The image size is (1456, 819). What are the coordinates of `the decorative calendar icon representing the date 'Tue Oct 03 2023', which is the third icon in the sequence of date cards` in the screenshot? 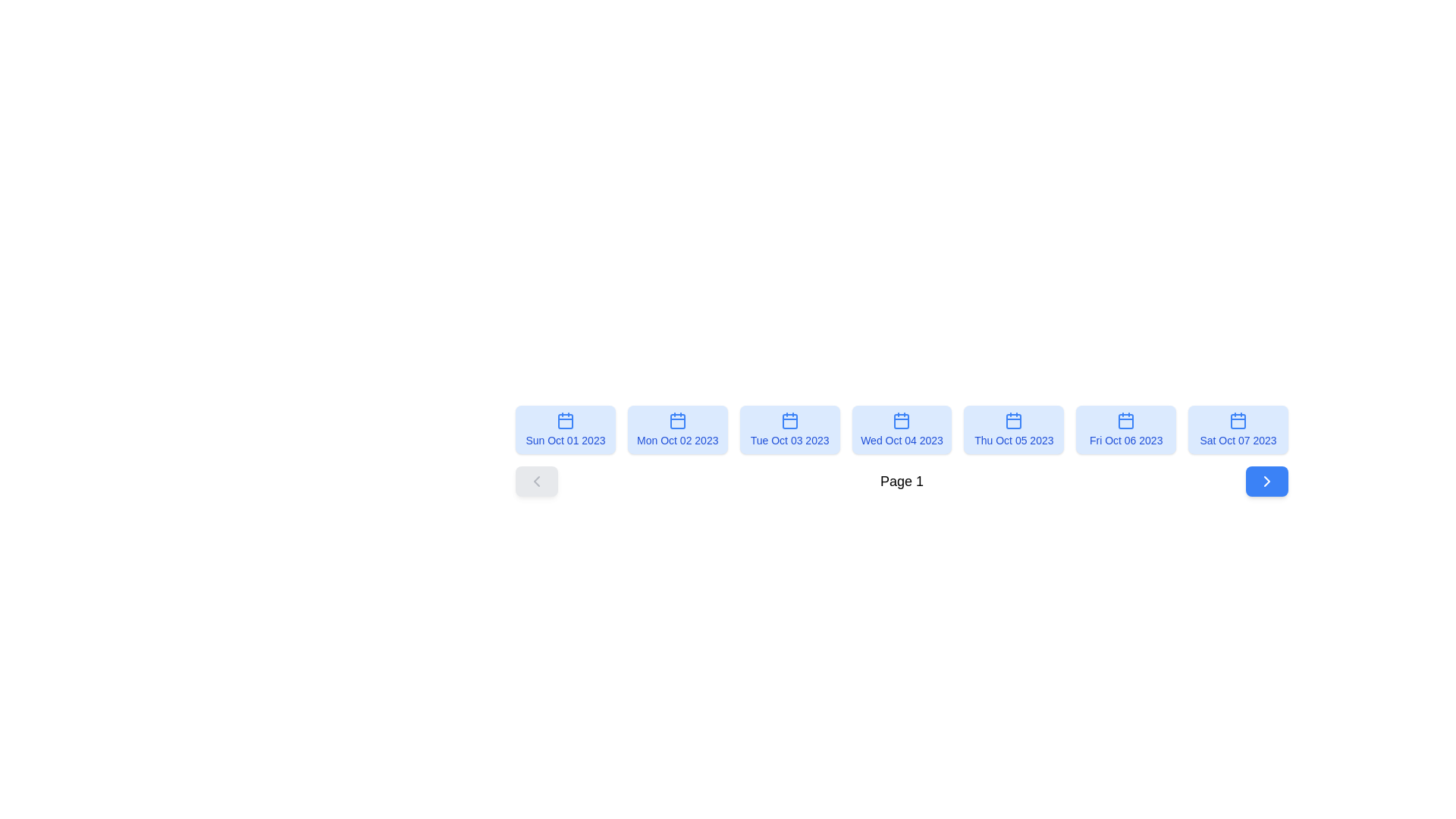 It's located at (789, 421).